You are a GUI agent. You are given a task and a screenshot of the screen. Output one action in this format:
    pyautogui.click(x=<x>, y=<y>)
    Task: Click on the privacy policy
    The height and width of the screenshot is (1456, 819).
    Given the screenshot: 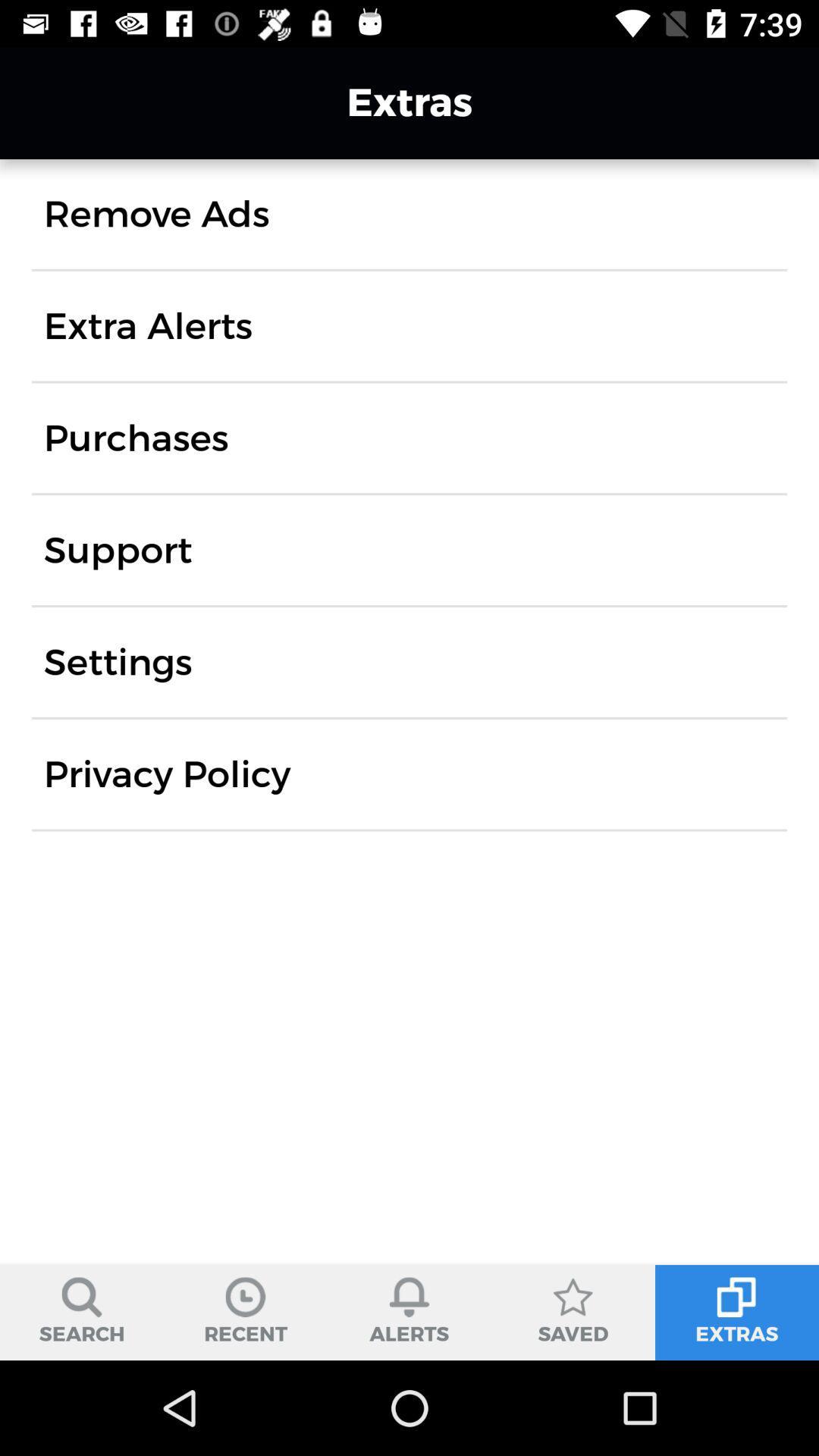 What is the action you would take?
    pyautogui.click(x=167, y=774)
    